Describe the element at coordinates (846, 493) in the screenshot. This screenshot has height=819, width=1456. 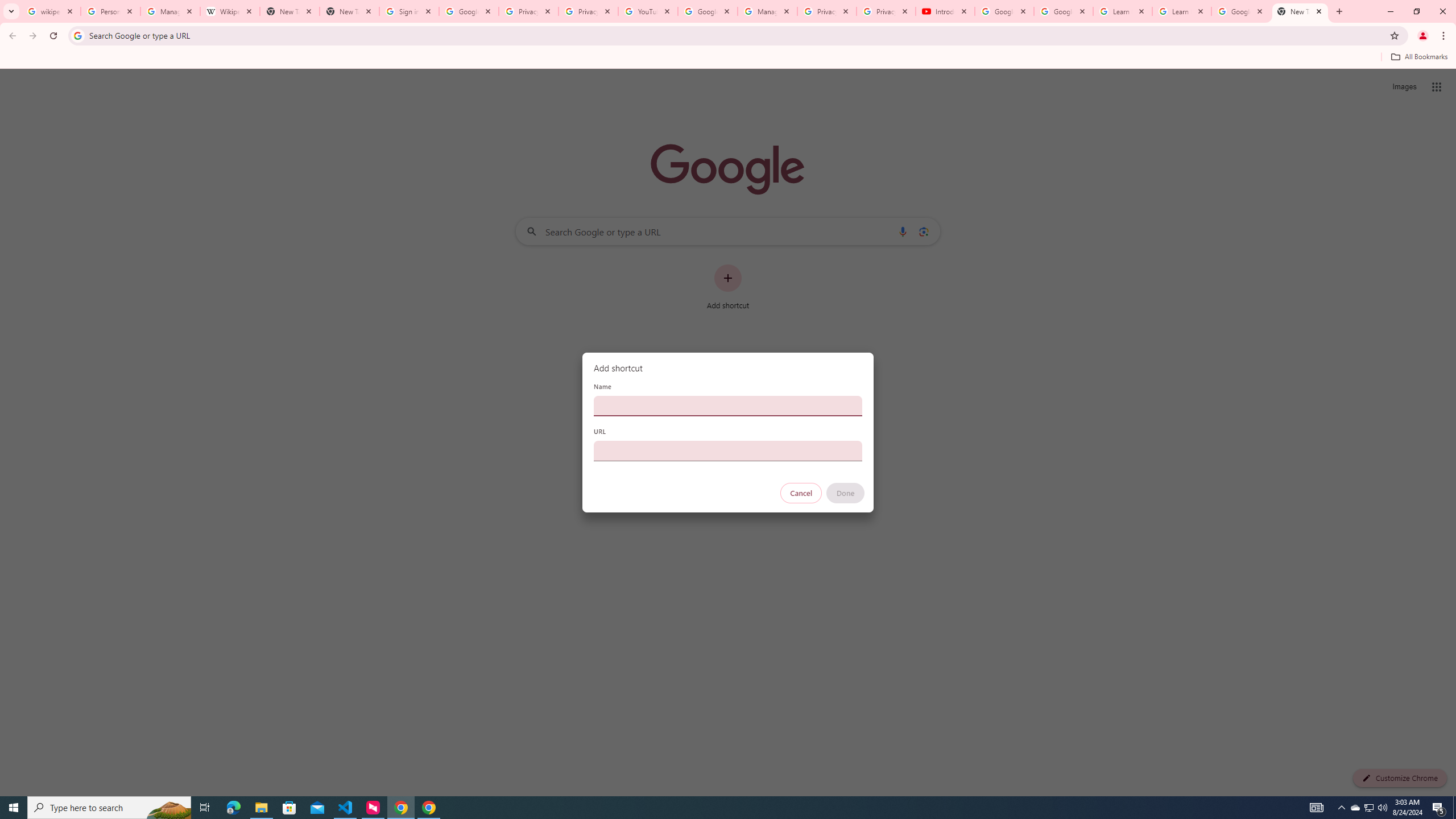
I see `'Done'` at that location.